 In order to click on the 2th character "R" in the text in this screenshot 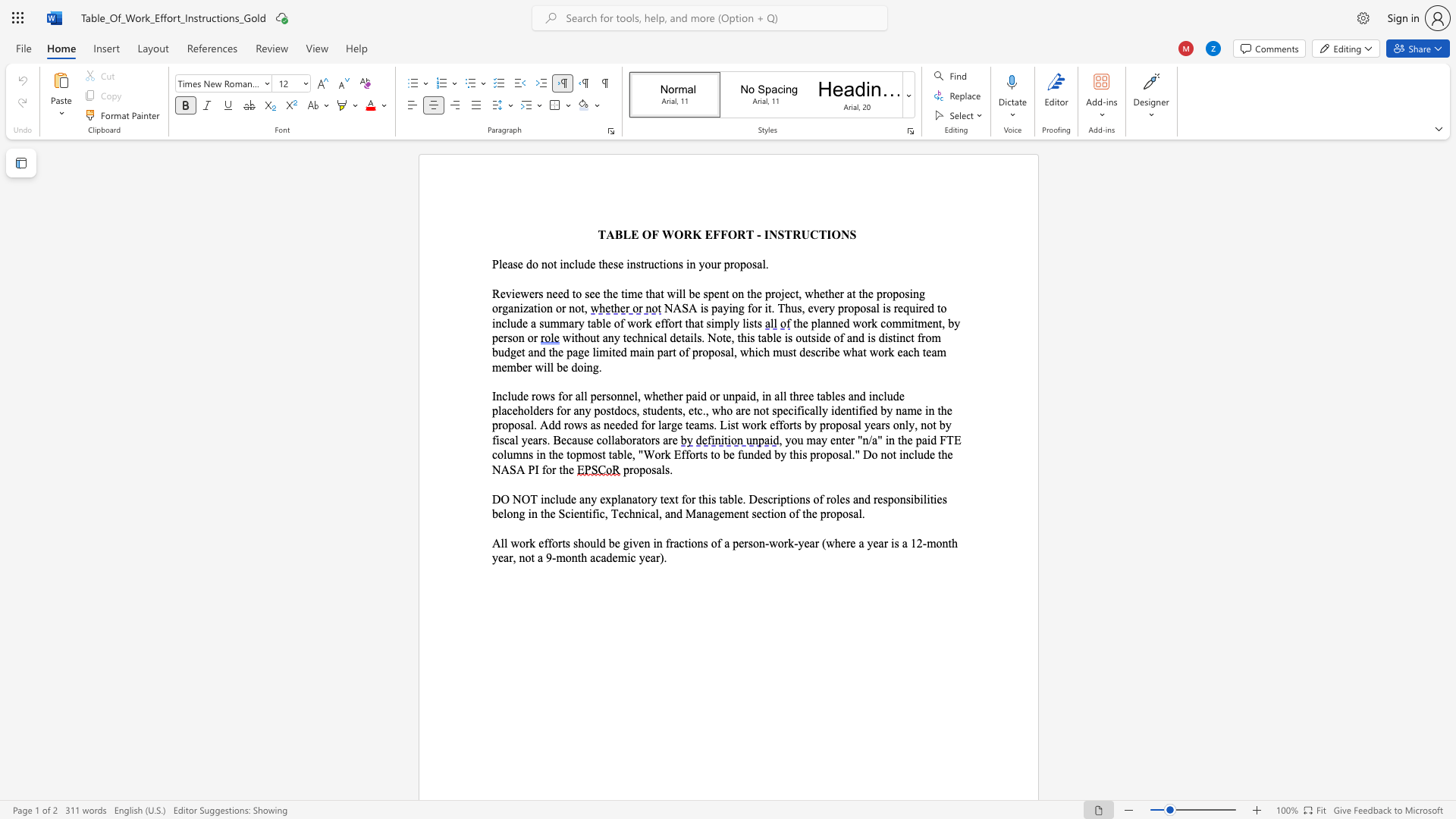, I will do `click(741, 234)`.